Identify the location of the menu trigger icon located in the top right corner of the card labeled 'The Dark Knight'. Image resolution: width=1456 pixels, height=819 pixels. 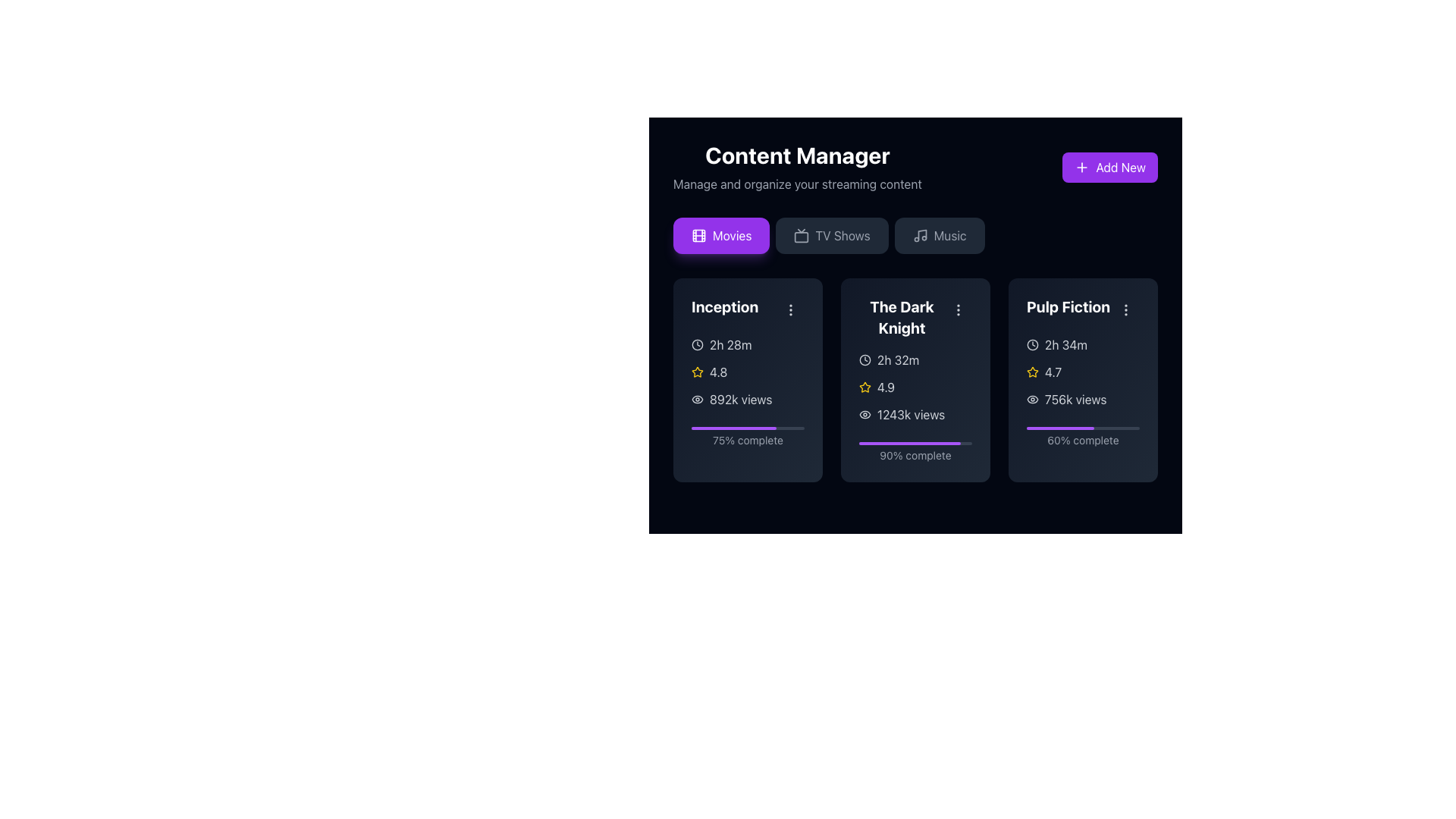
(957, 309).